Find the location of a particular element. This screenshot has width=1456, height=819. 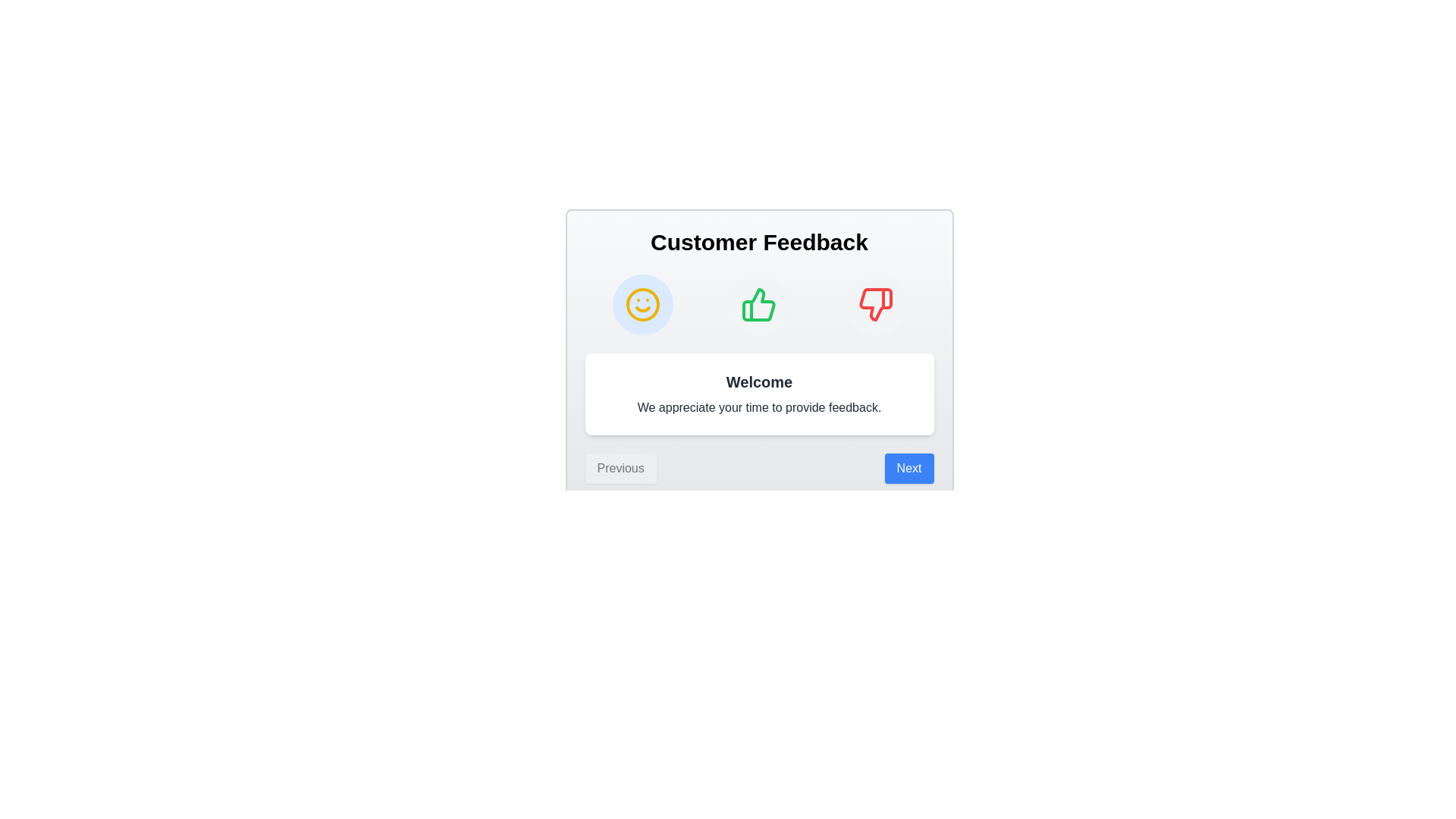

the 'Previous' button to navigate to the previous step is located at coordinates (620, 467).